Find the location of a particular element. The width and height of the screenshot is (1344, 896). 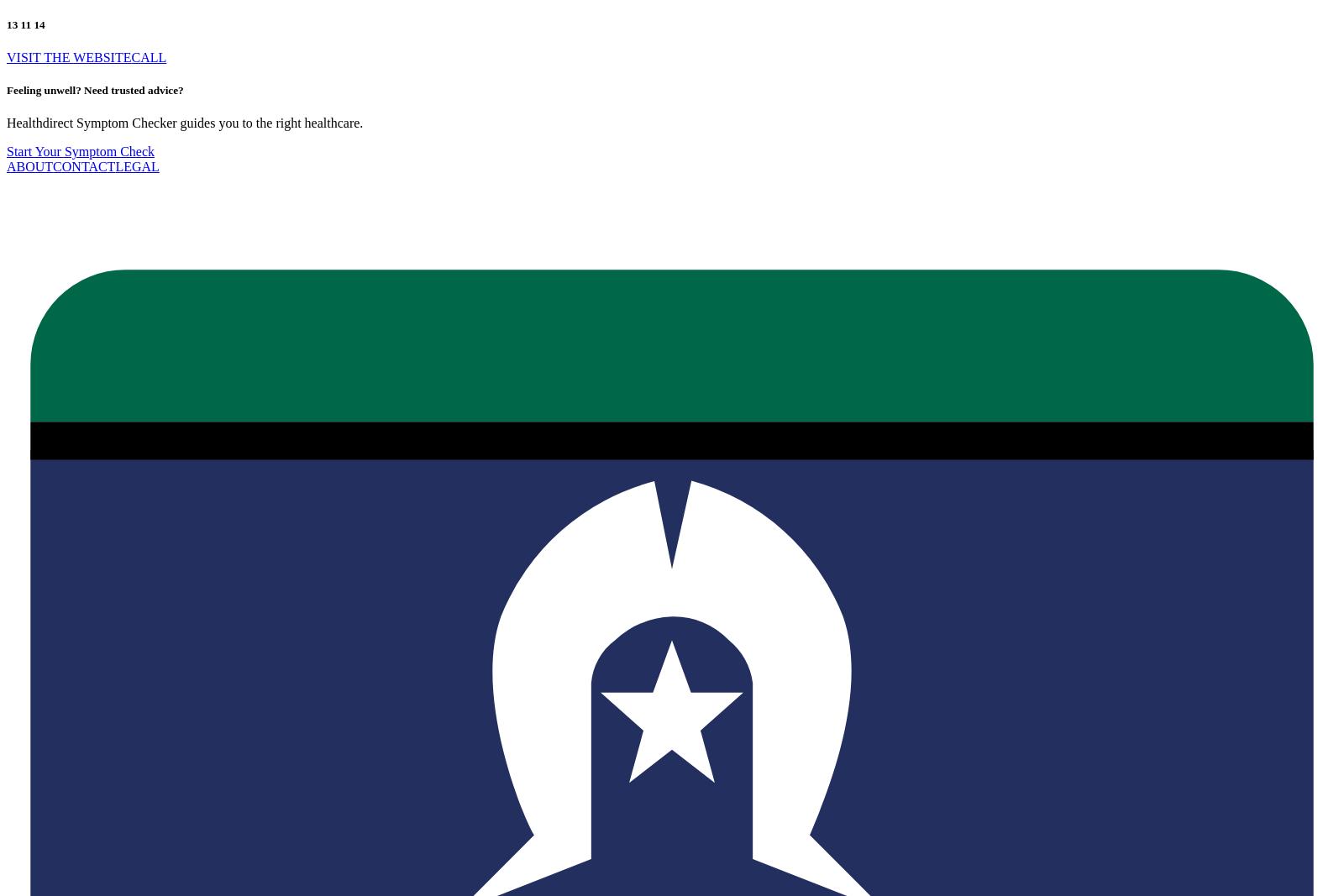

'WEBSITE' is located at coordinates (101, 55).